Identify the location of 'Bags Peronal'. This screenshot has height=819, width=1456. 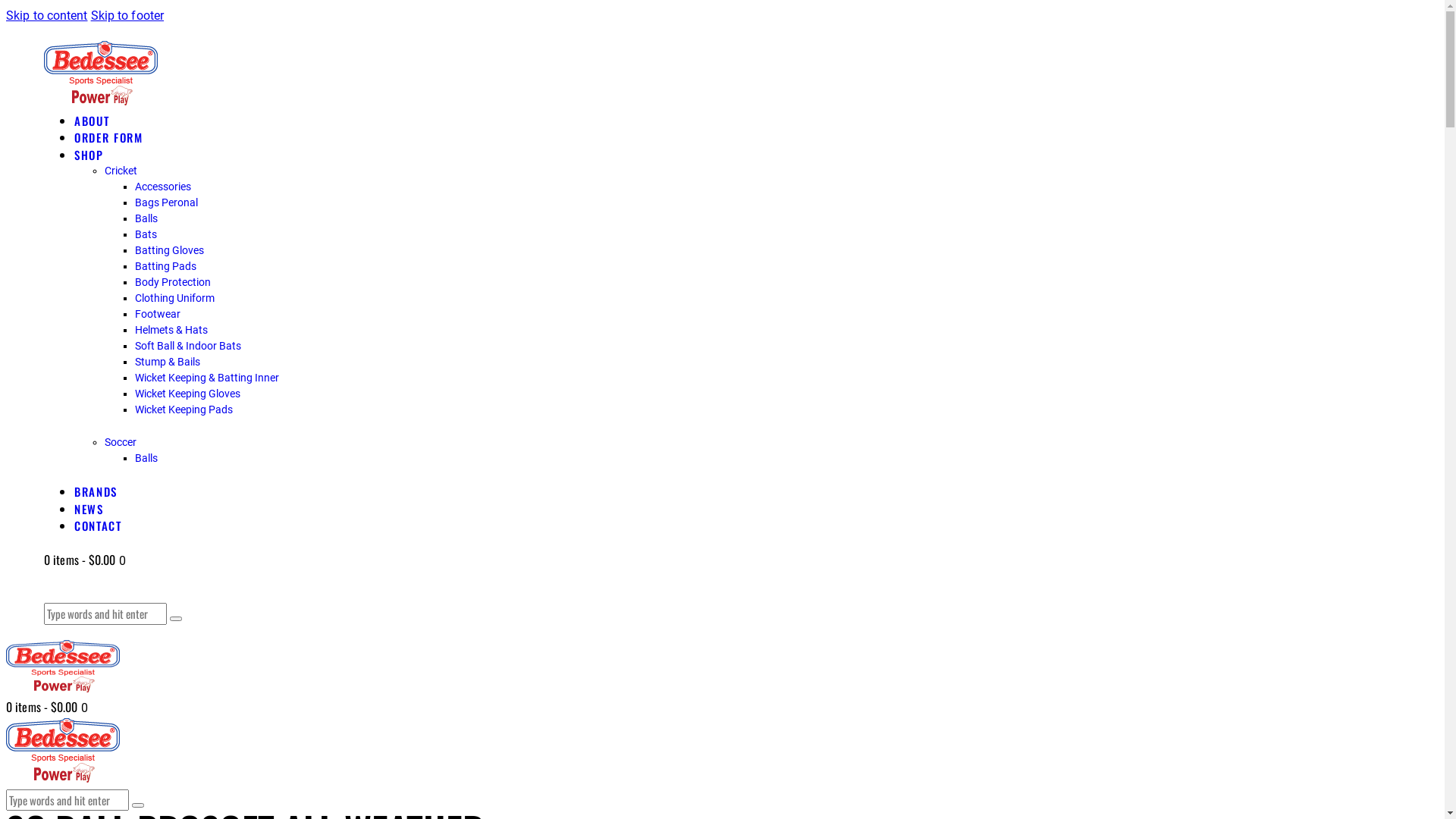
(166, 201).